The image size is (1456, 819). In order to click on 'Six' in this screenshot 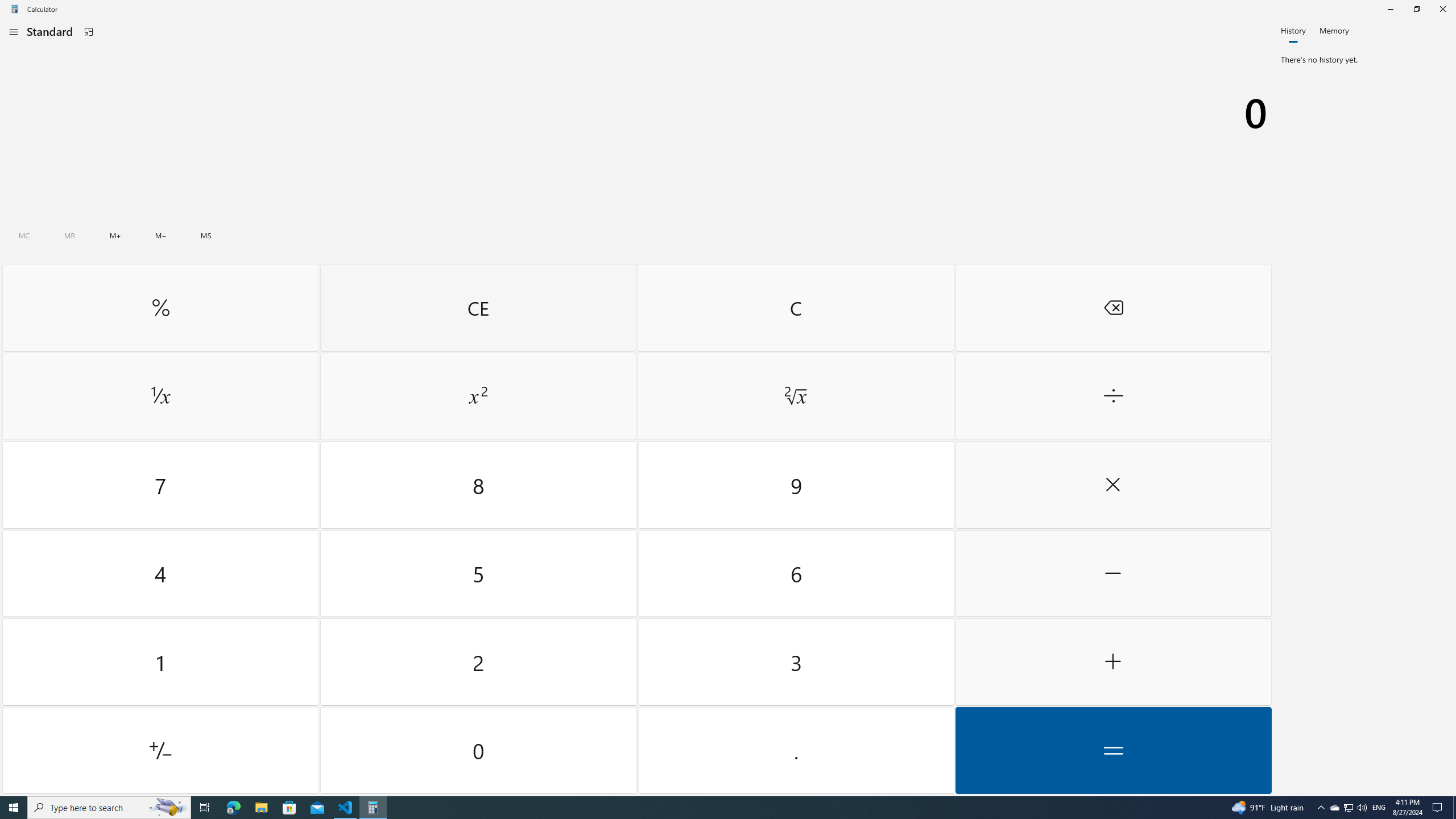, I will do `click(795, 573)`.